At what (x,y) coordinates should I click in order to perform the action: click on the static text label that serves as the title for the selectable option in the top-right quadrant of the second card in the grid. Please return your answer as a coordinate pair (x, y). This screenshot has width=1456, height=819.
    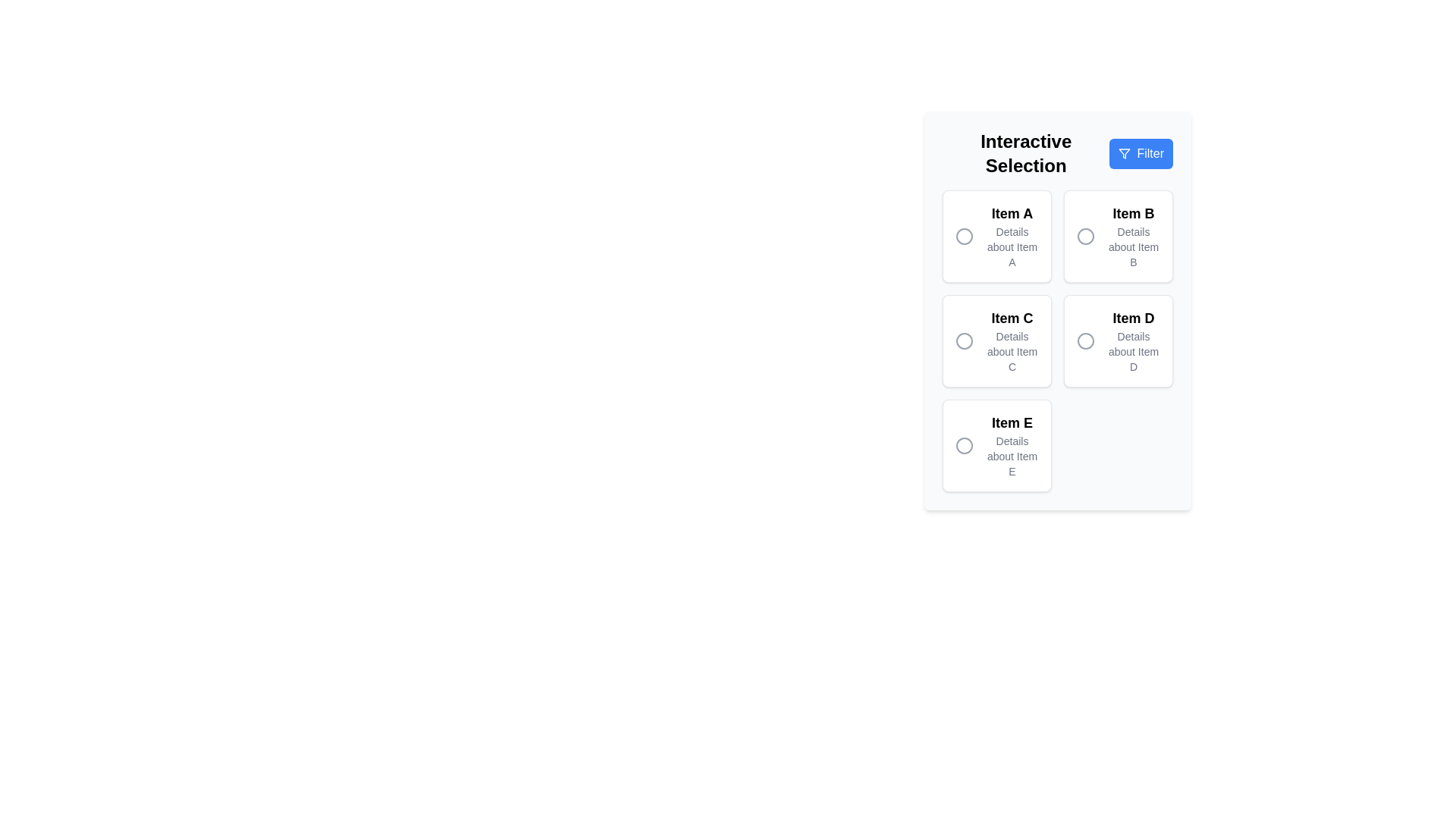
    Looking at the image, I should click on (1133, 213).